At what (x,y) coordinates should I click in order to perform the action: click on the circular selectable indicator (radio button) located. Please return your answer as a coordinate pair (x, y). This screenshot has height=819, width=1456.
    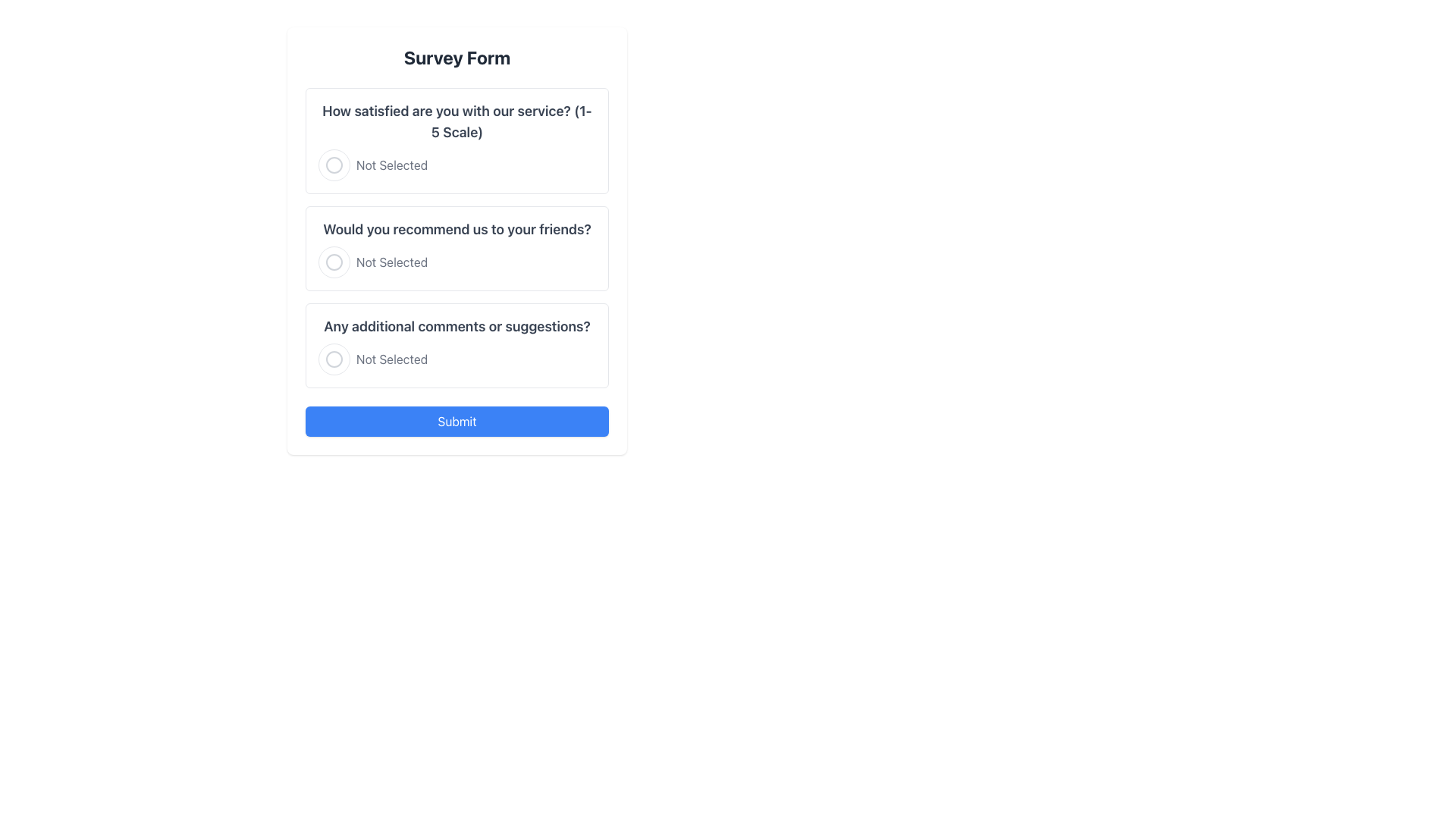
    Looking at the image, I should click on (334, 359).